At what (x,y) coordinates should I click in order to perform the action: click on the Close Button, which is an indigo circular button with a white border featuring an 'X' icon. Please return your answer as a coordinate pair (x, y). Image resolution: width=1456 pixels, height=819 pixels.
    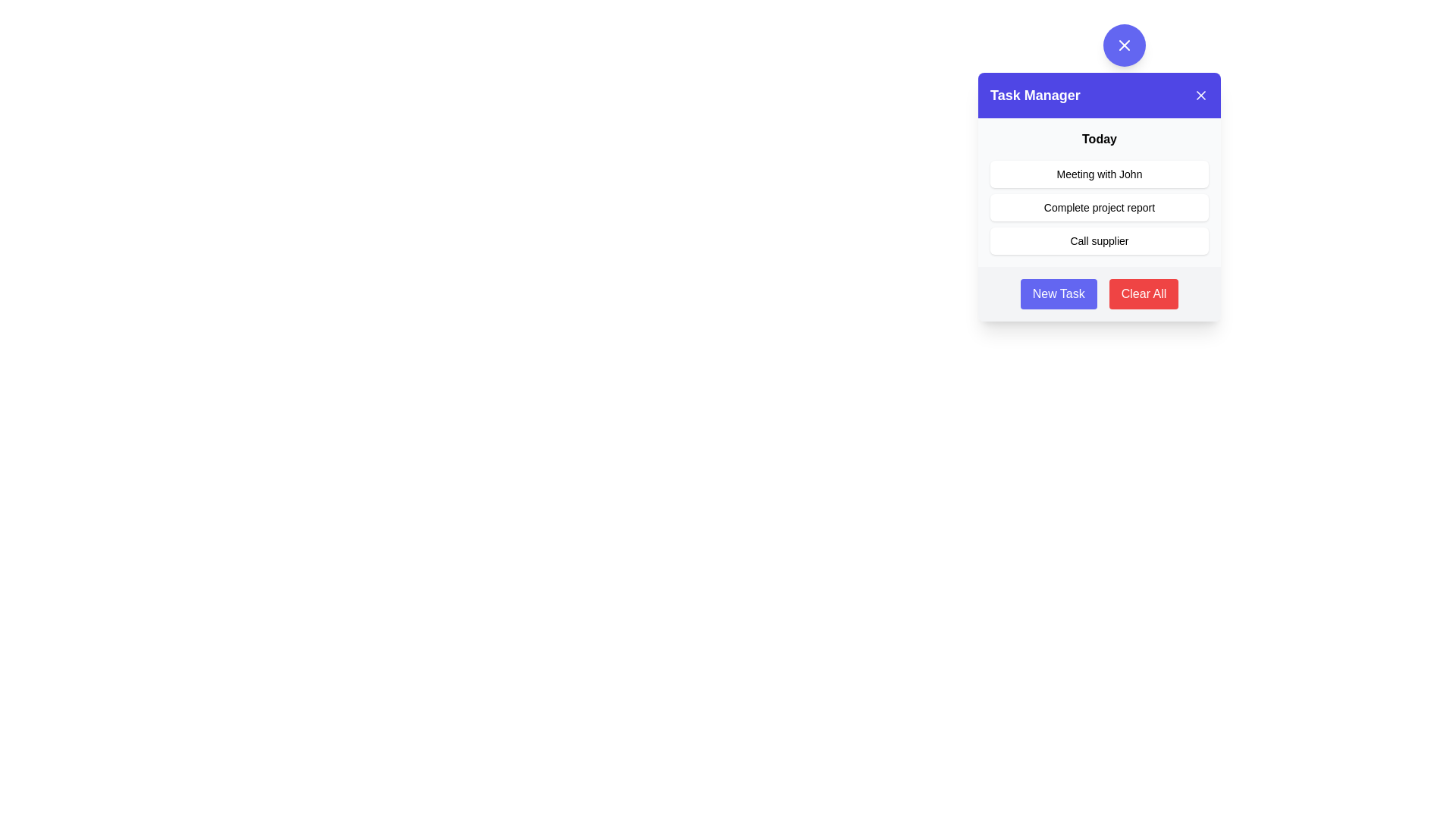
    Looking at the image, I should click on (1124, 45).